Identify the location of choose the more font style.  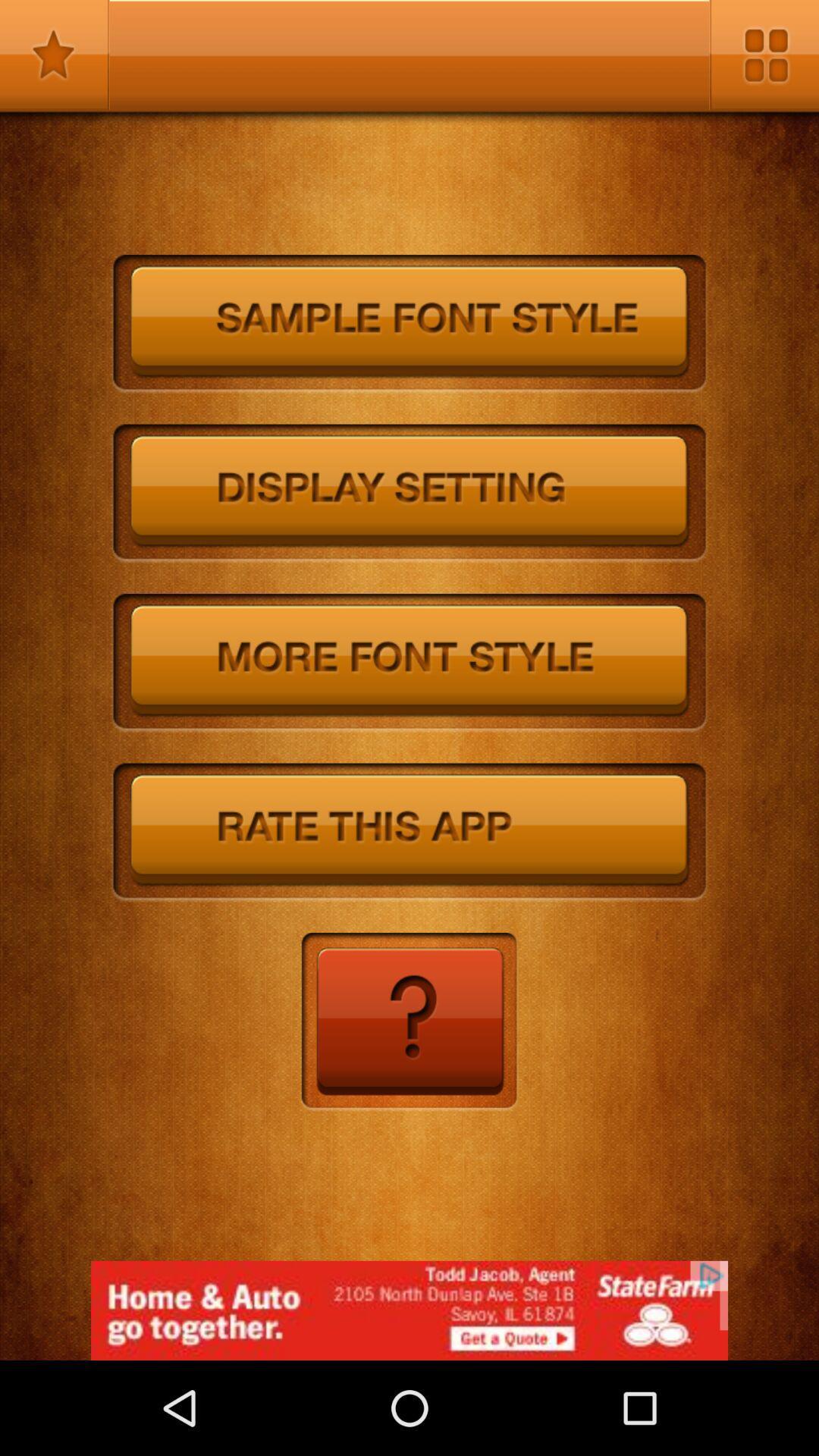
(409, 663).